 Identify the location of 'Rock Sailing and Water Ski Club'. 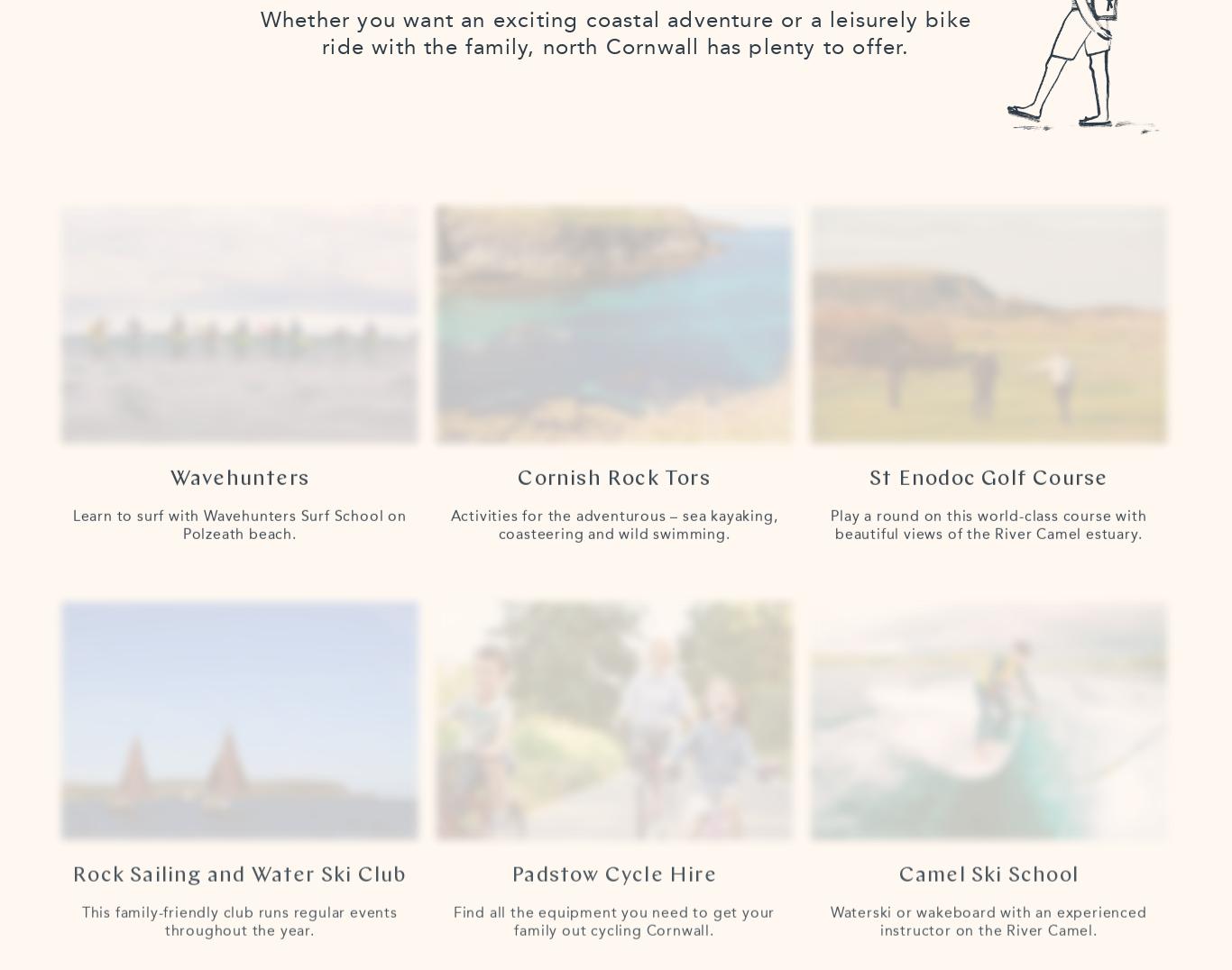
(239, 865).